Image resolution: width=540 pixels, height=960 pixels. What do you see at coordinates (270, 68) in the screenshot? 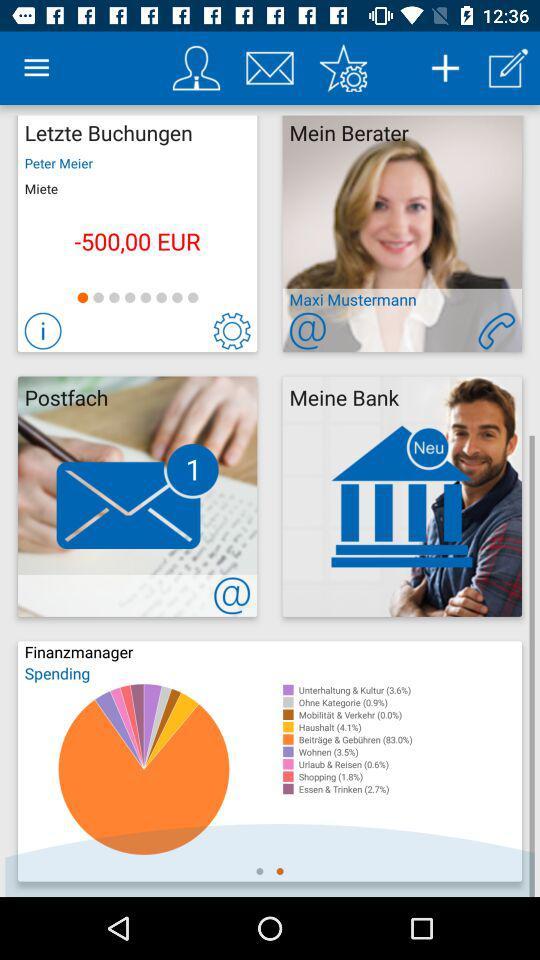
I see `open inbox` at bounding box center [270, 68].